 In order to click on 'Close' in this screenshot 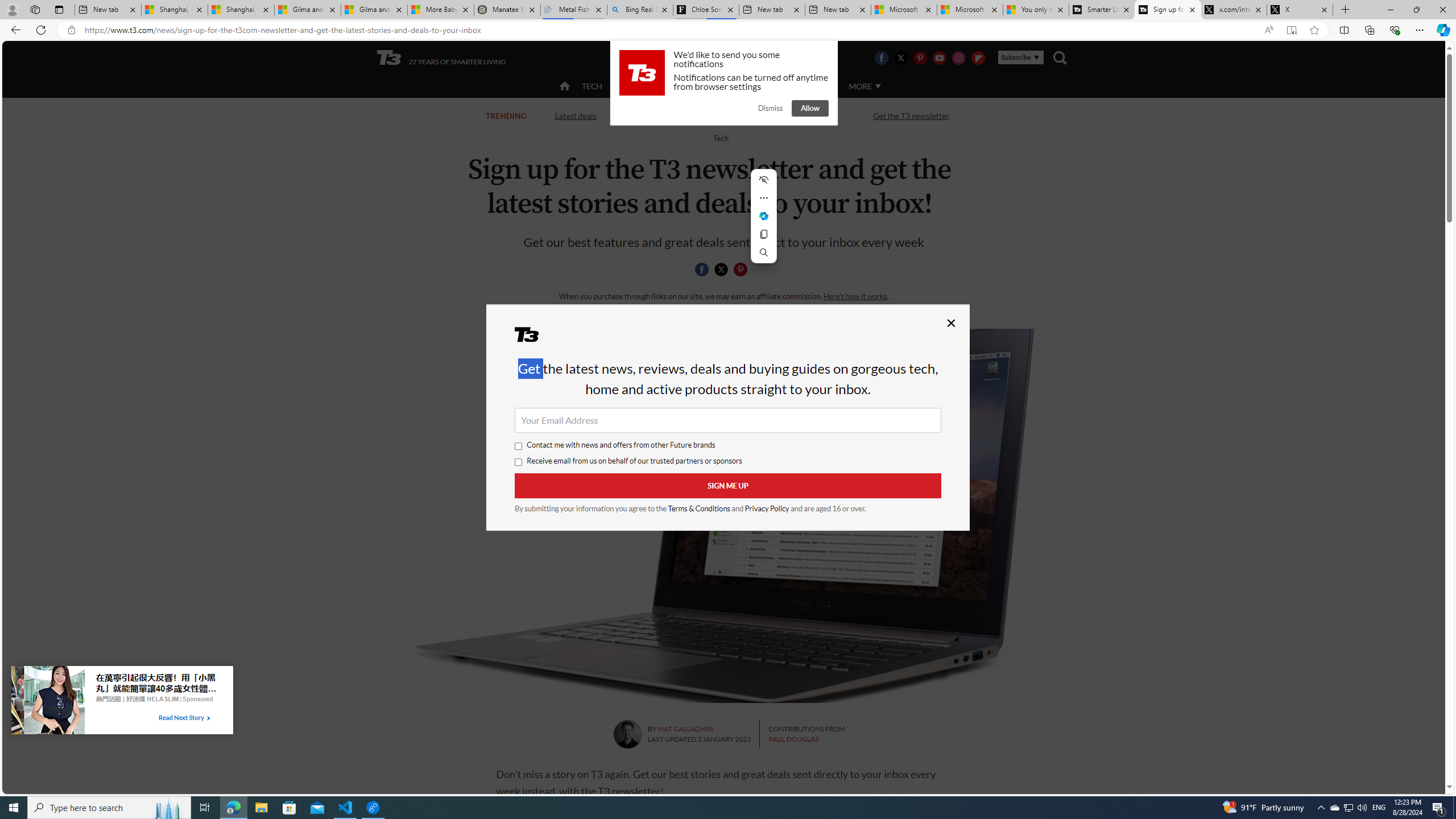, I will do `click(950, 322)`.